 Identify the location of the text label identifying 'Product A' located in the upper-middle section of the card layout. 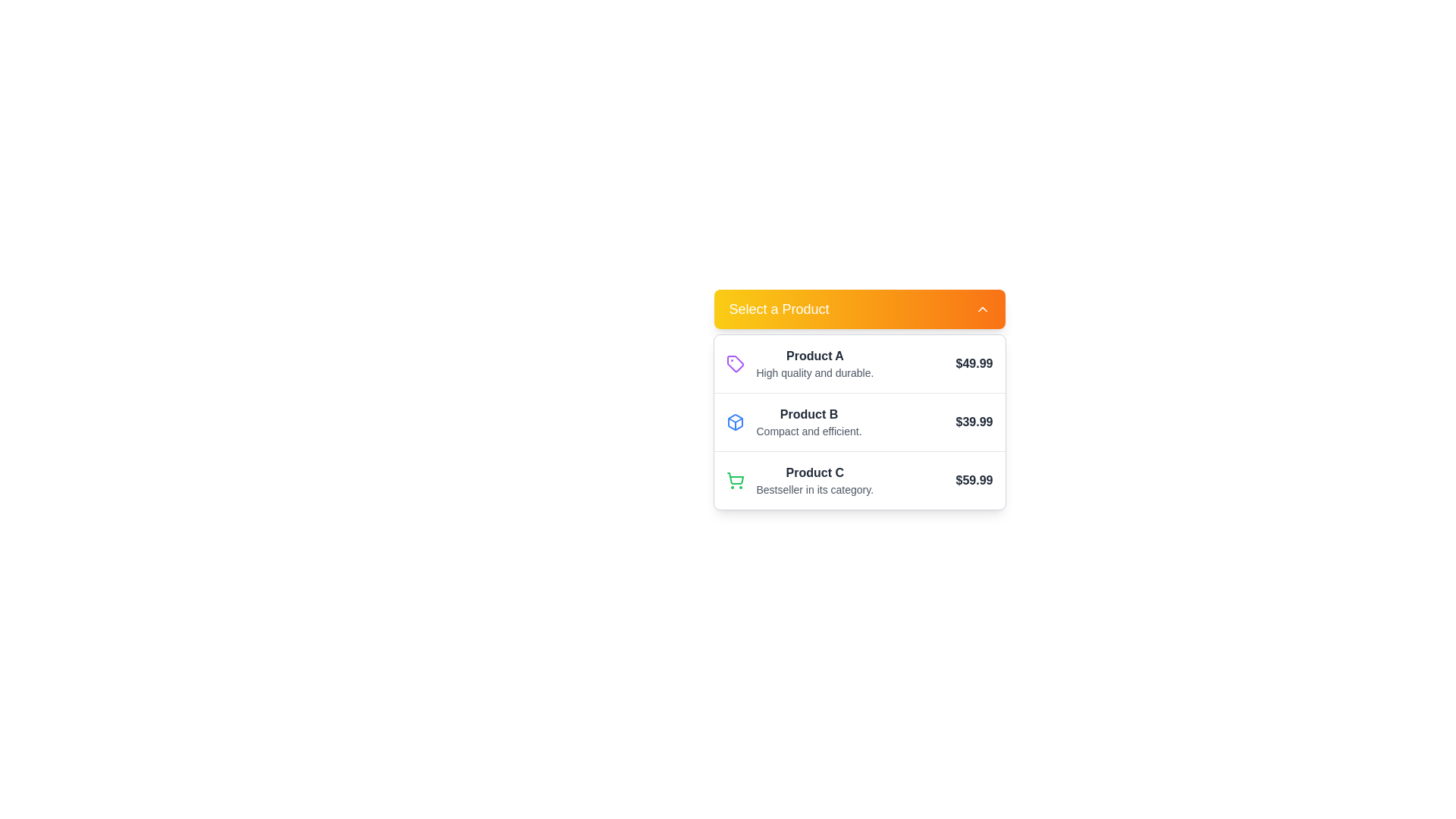
(814, 356).